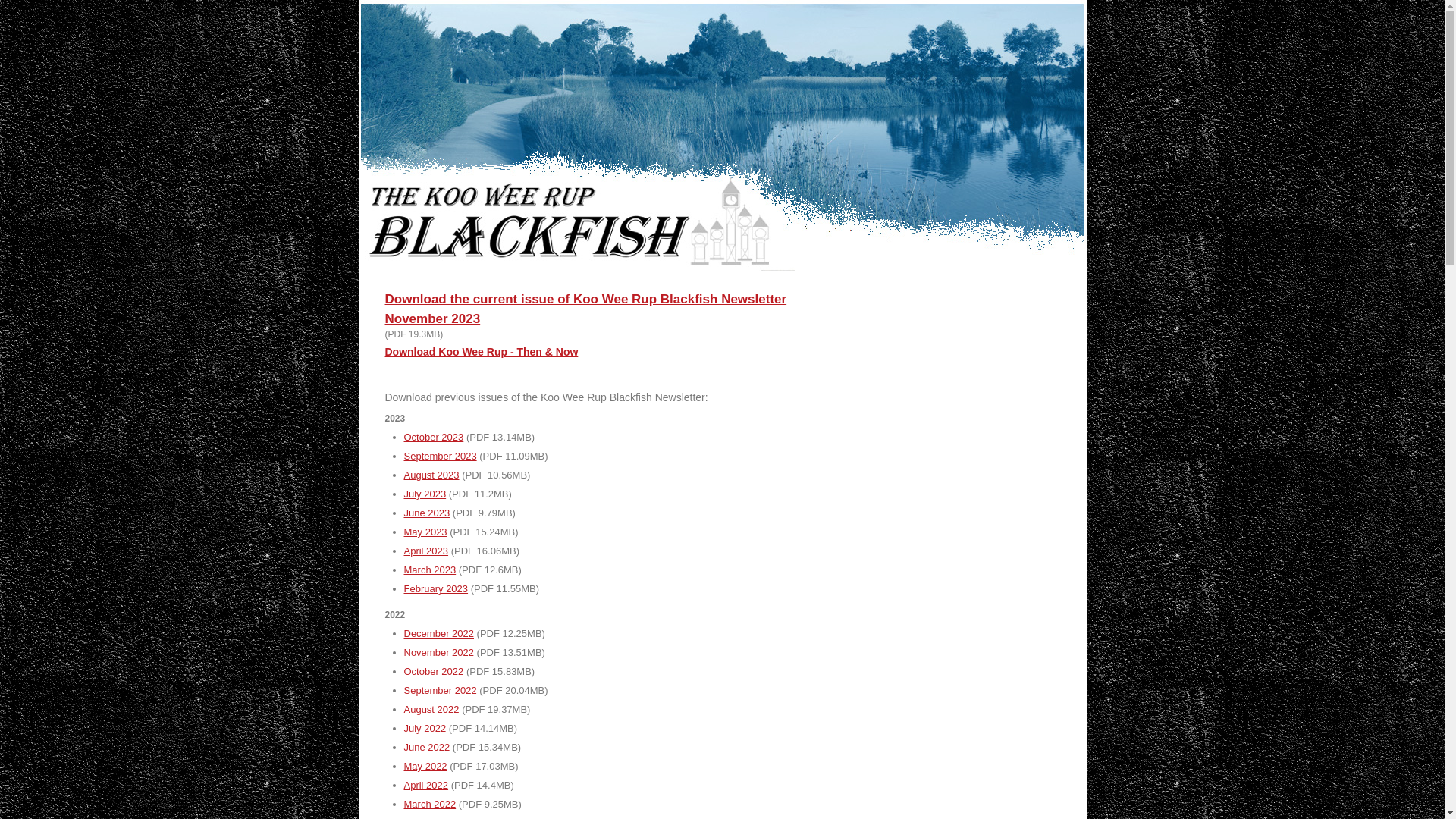 The image size is (1456, 819). I want to click on 'November 2023', so click(385, 318).